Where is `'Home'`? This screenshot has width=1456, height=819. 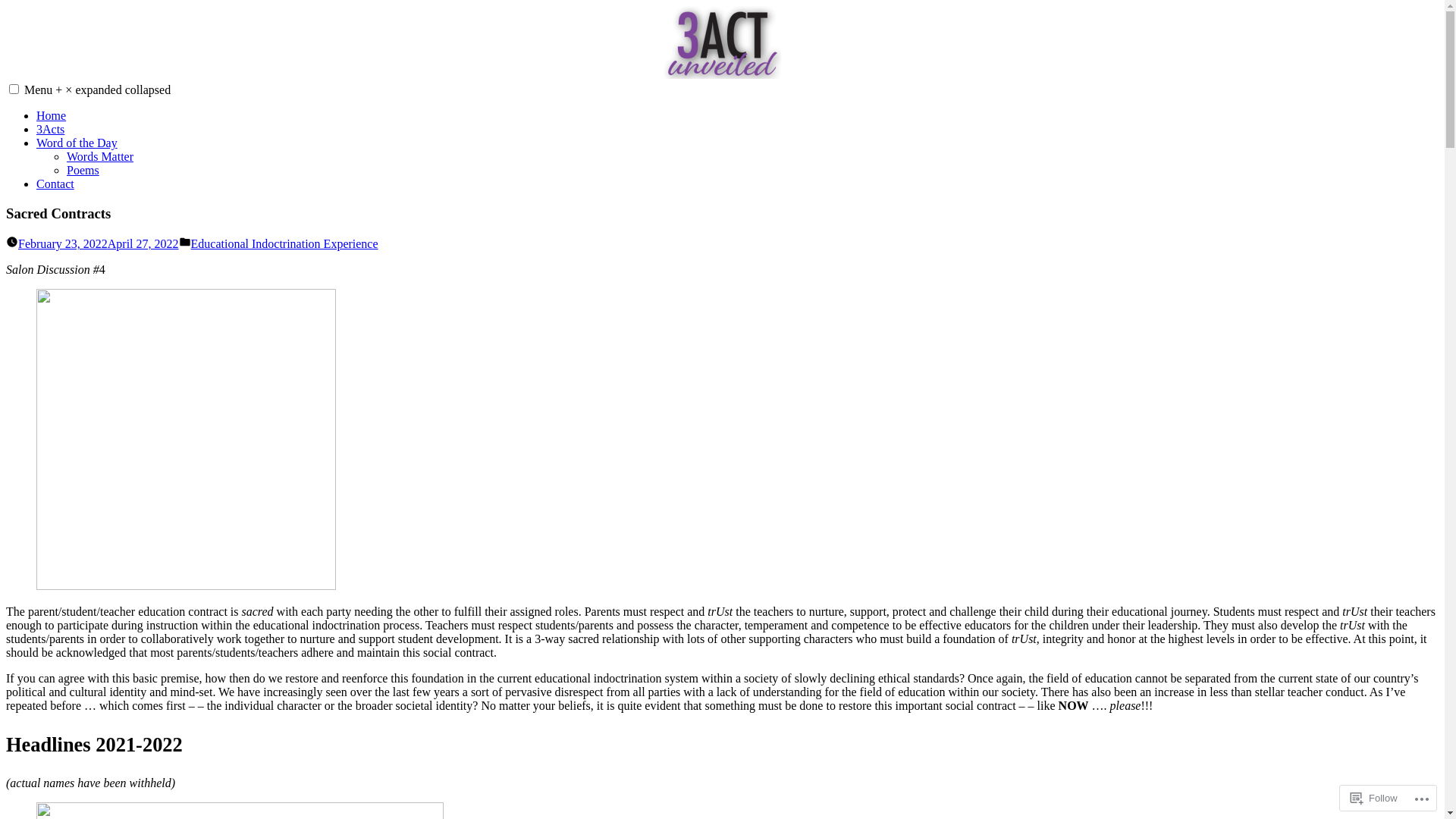 'Home' is located at coordinates (36, 115).